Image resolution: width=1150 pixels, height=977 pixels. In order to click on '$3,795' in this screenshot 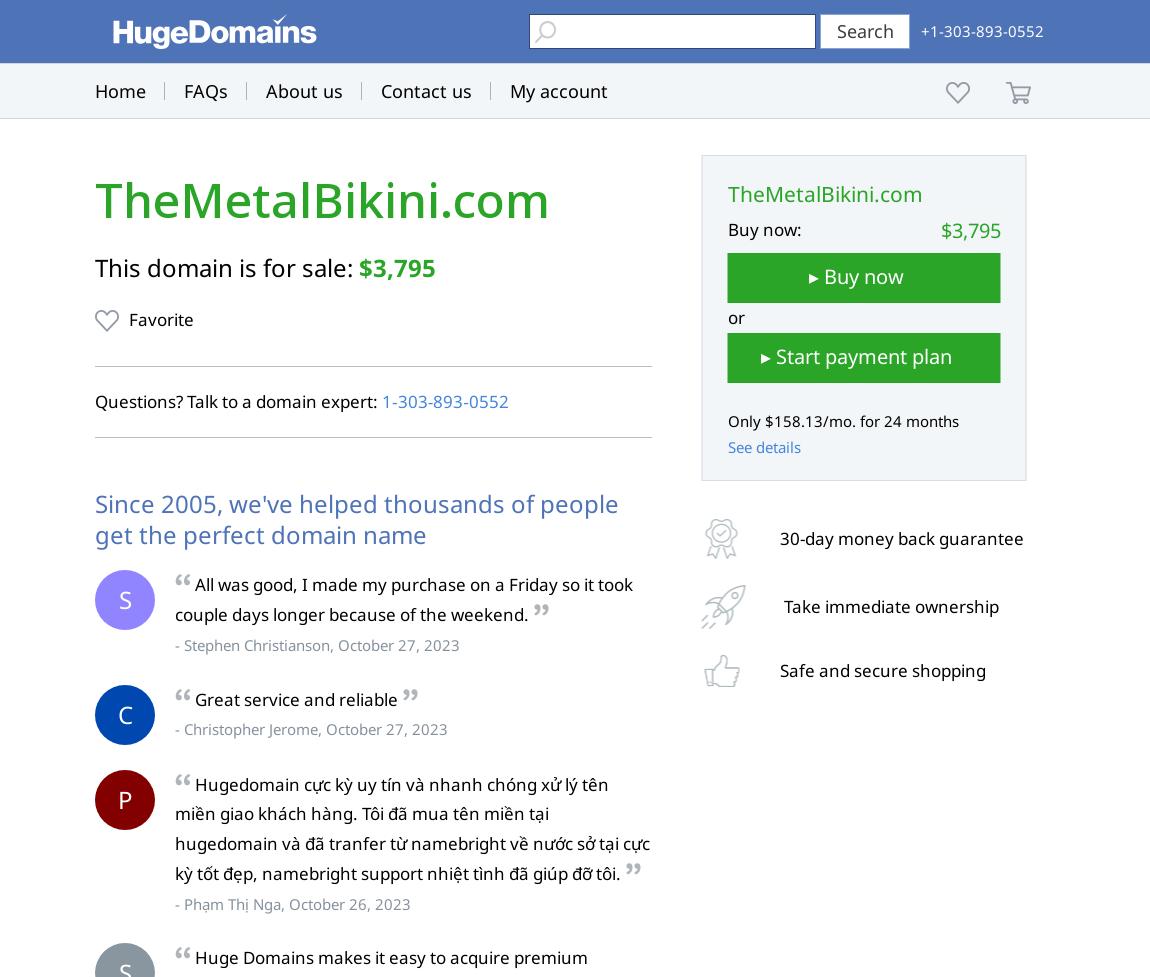, I will do `click(397, 266)`.